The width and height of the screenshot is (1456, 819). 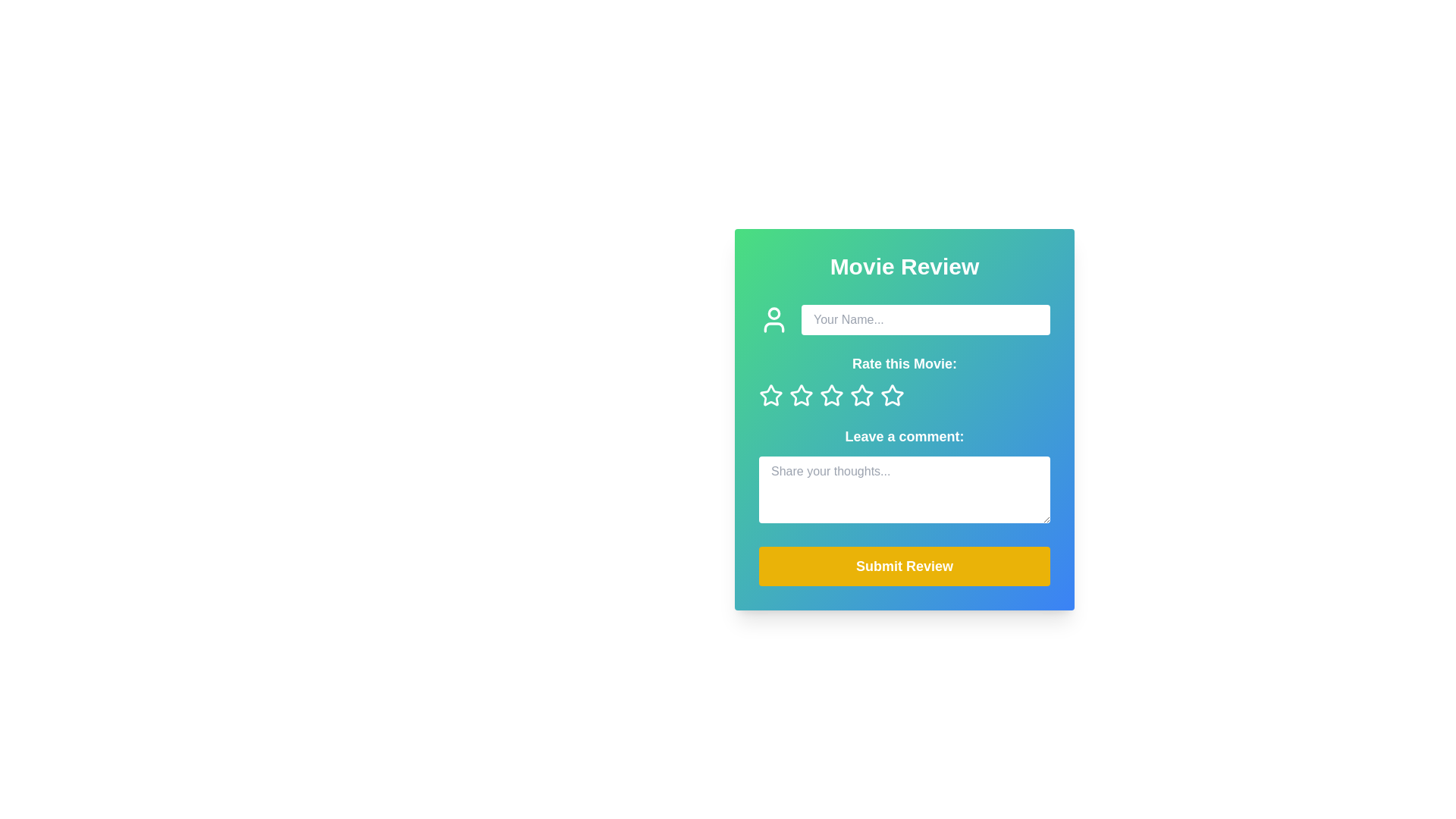 I want to click on the third star-shaped icon with a white outline and light blue fill, located below 'Rate this Movie:', so click(x=862, y=394).